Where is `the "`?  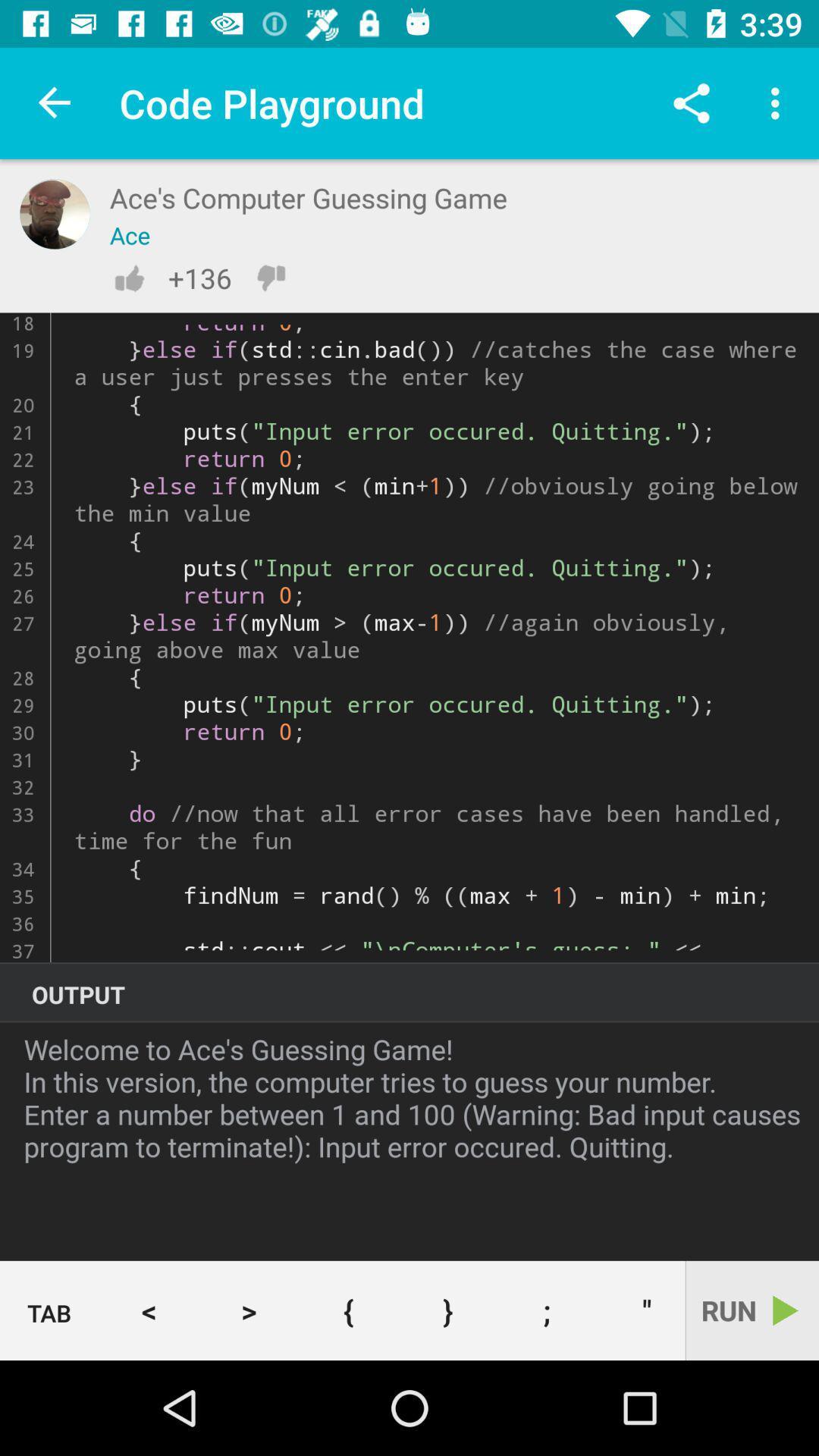 the " is located at coordinates (641, 1310).